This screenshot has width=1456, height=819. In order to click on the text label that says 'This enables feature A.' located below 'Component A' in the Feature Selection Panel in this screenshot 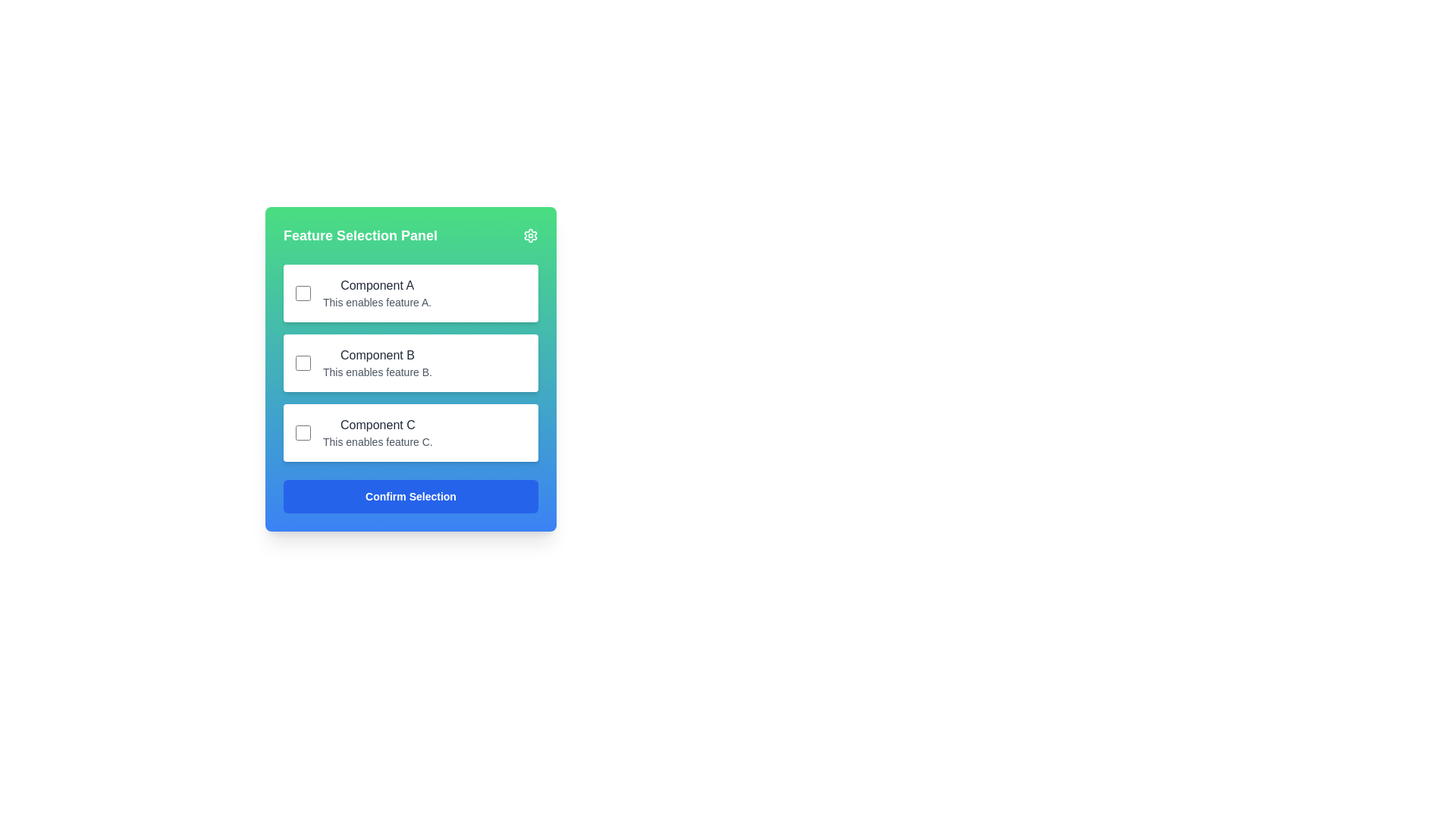, I will do `click(377, 302)`.